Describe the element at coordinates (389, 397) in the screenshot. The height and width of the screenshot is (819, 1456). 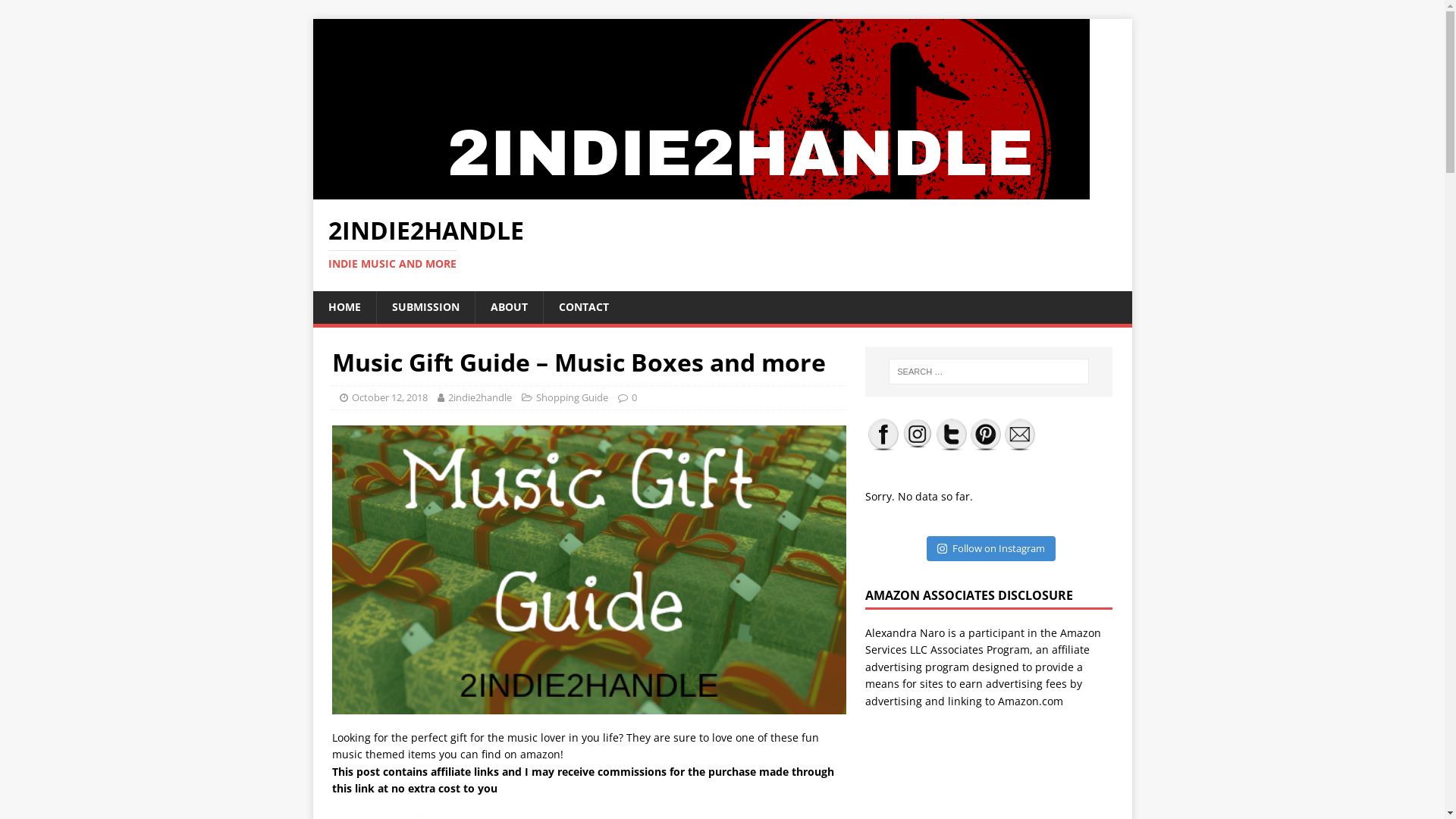
I see `'October 12, 2018'` at that location.